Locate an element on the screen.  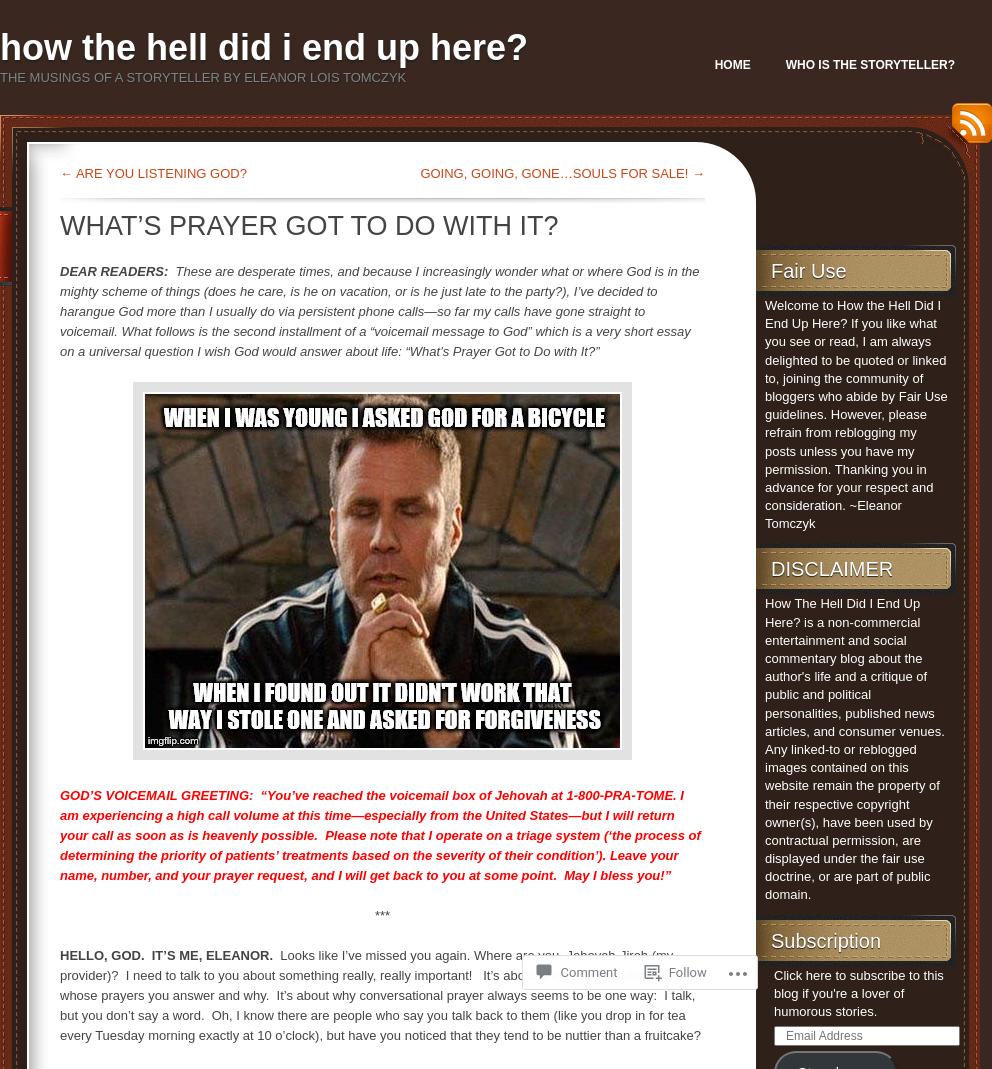
'Comment' is located at coordinates (559, 972).